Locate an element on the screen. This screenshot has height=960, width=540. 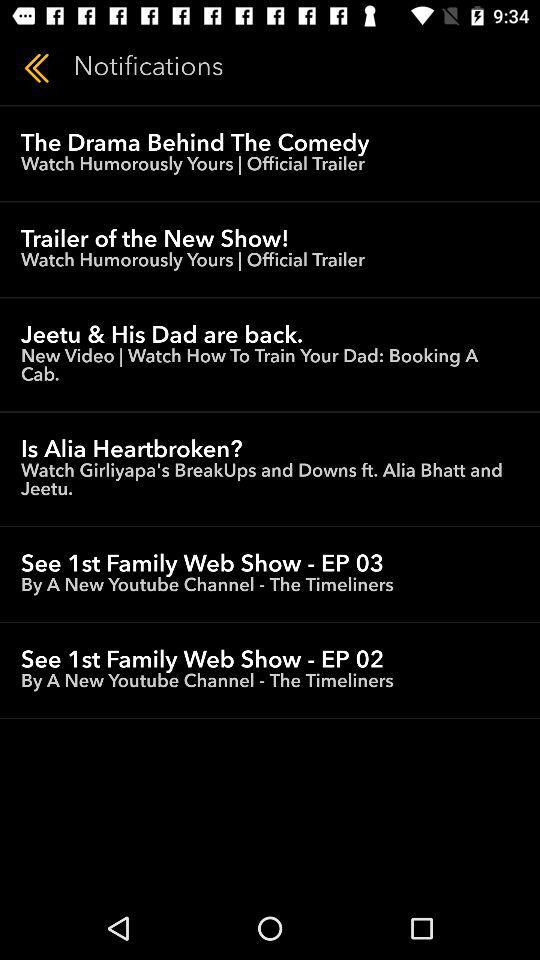
icon to the left of the notifications icon is located at coordinates (36, 68).